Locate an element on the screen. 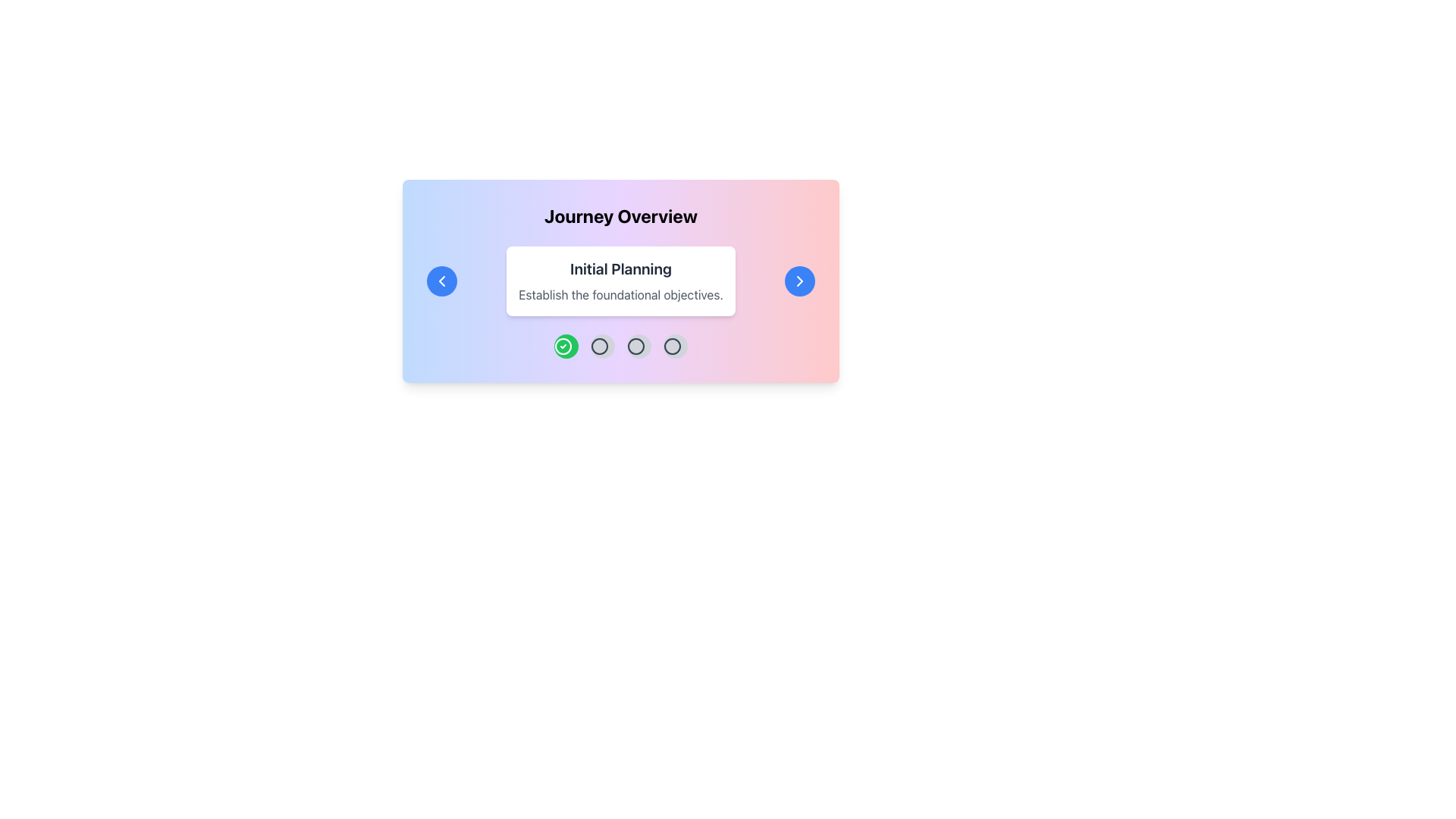 The width and height of the screenshot is (1456, 819). the circular icon with a thin black outline and light gray fill, which is the second from the left in a row of four icons at the bottom center of the card layout is located at coordinates (599, 346).